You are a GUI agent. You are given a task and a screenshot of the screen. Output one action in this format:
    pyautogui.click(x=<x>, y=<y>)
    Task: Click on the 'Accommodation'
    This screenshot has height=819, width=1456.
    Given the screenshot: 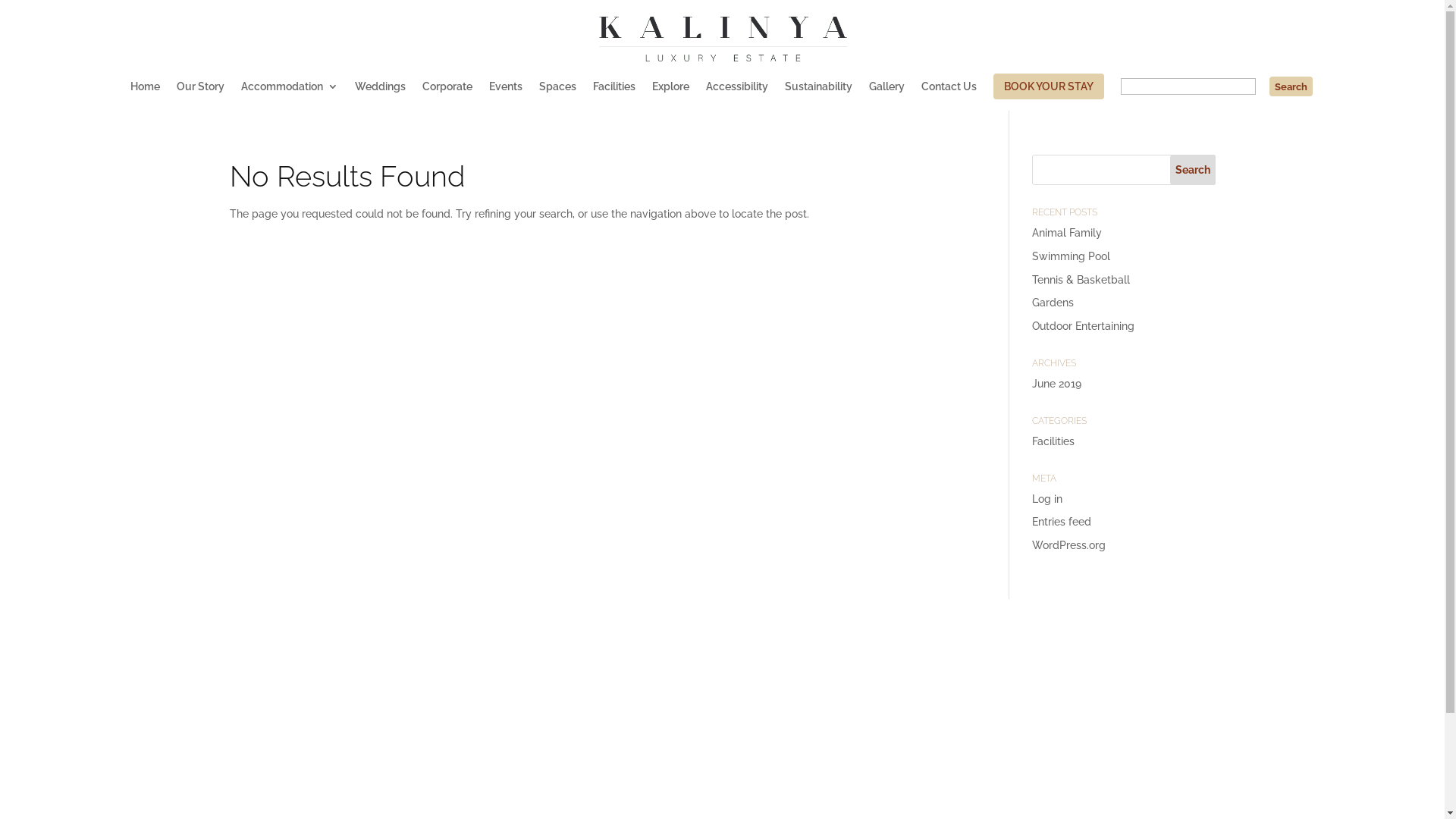 What is the action you would take?
    pyautogui.click(x=290, y=93)
    